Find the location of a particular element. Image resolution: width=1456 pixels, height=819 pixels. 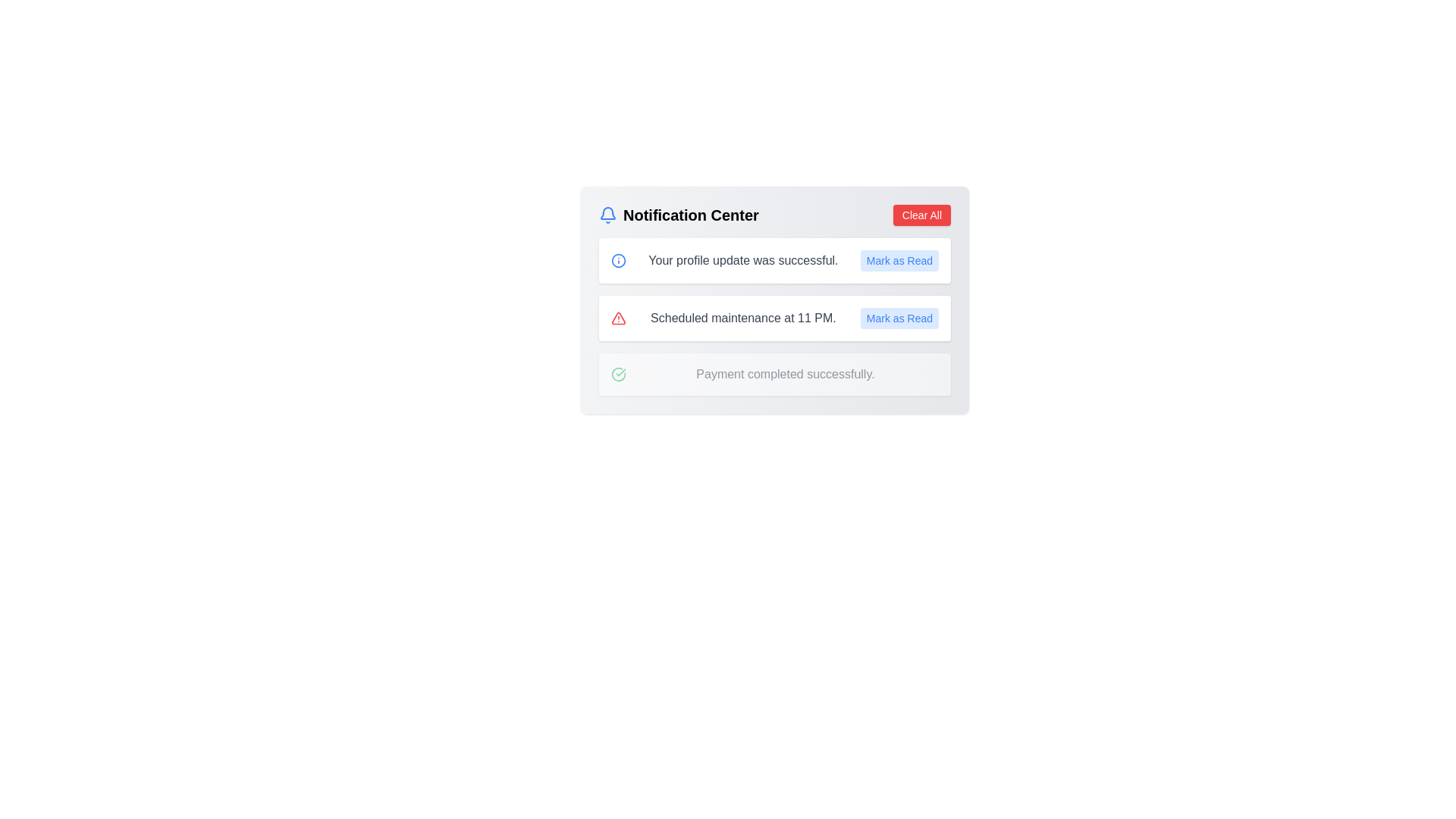

the second notification card in the notification panel to read the notification text about the scheduled maintenance event is located at coordinates (775, 318).